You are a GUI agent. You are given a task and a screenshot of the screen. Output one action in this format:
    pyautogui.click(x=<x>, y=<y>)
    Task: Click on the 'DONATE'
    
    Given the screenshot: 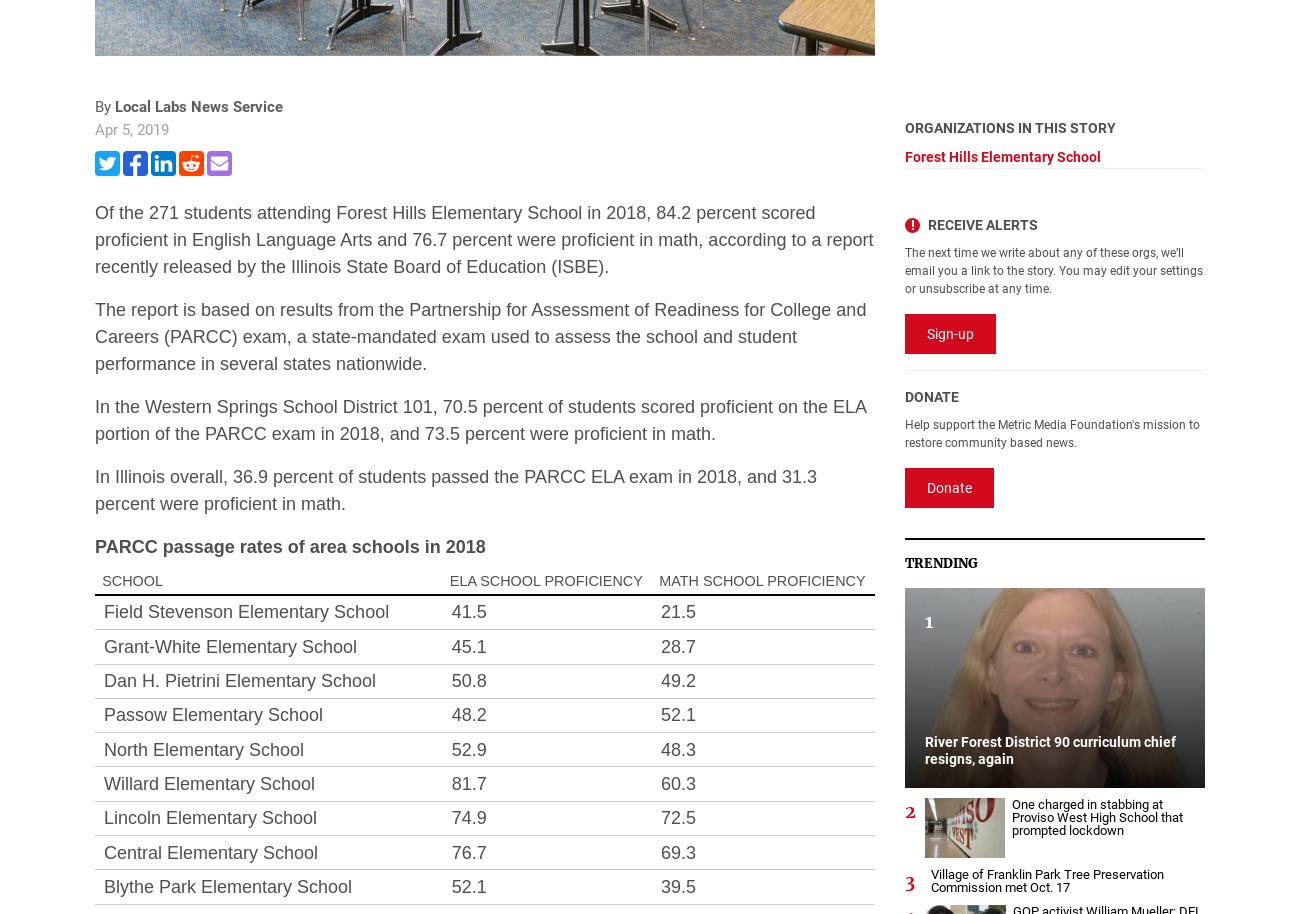 What is the action you would take?
    pyautogui.click(x=931, y=397)
    